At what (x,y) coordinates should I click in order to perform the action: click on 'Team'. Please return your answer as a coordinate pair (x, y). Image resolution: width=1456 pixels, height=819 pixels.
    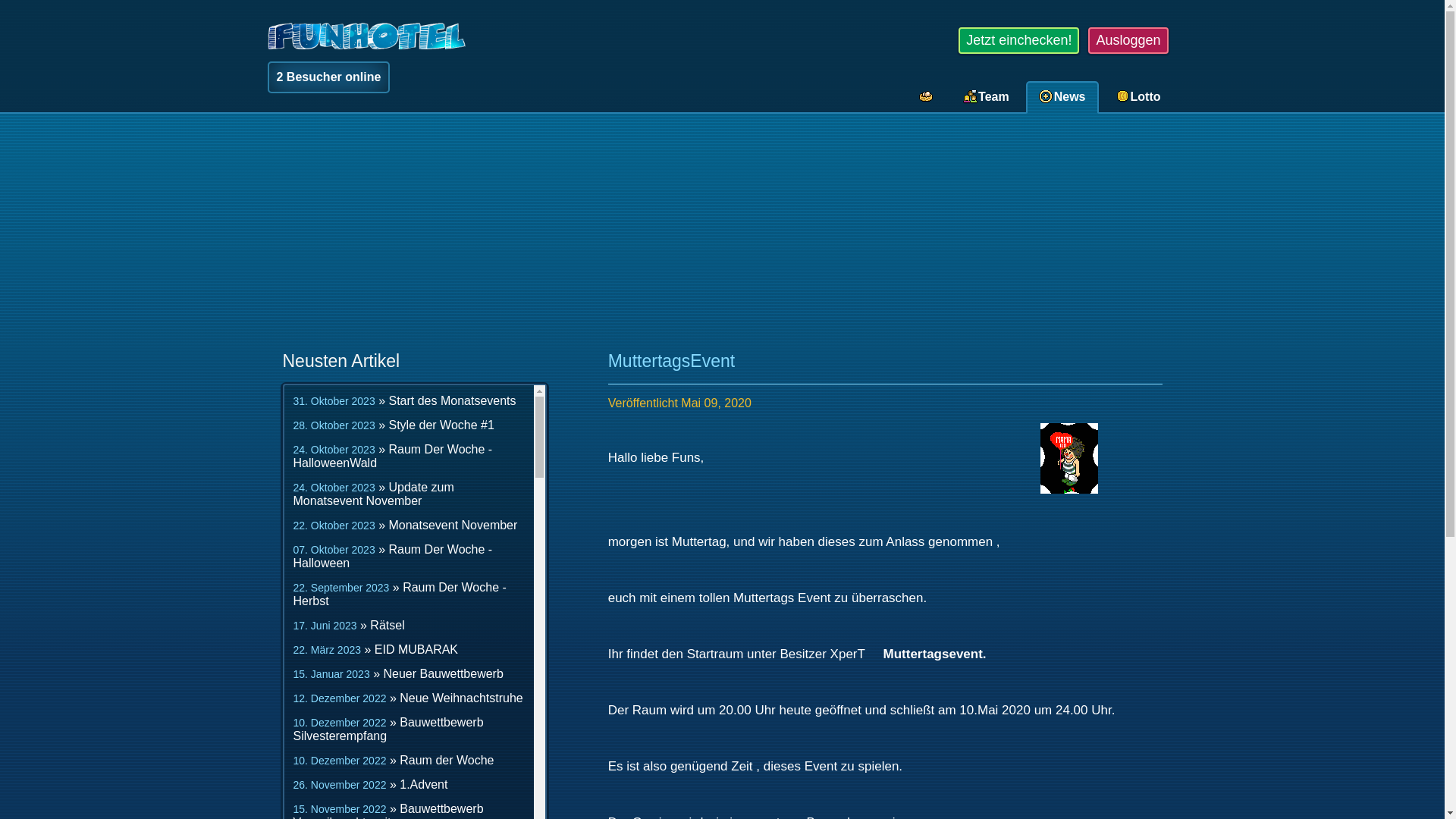
    Looking at the image, I should click on (987, 96).